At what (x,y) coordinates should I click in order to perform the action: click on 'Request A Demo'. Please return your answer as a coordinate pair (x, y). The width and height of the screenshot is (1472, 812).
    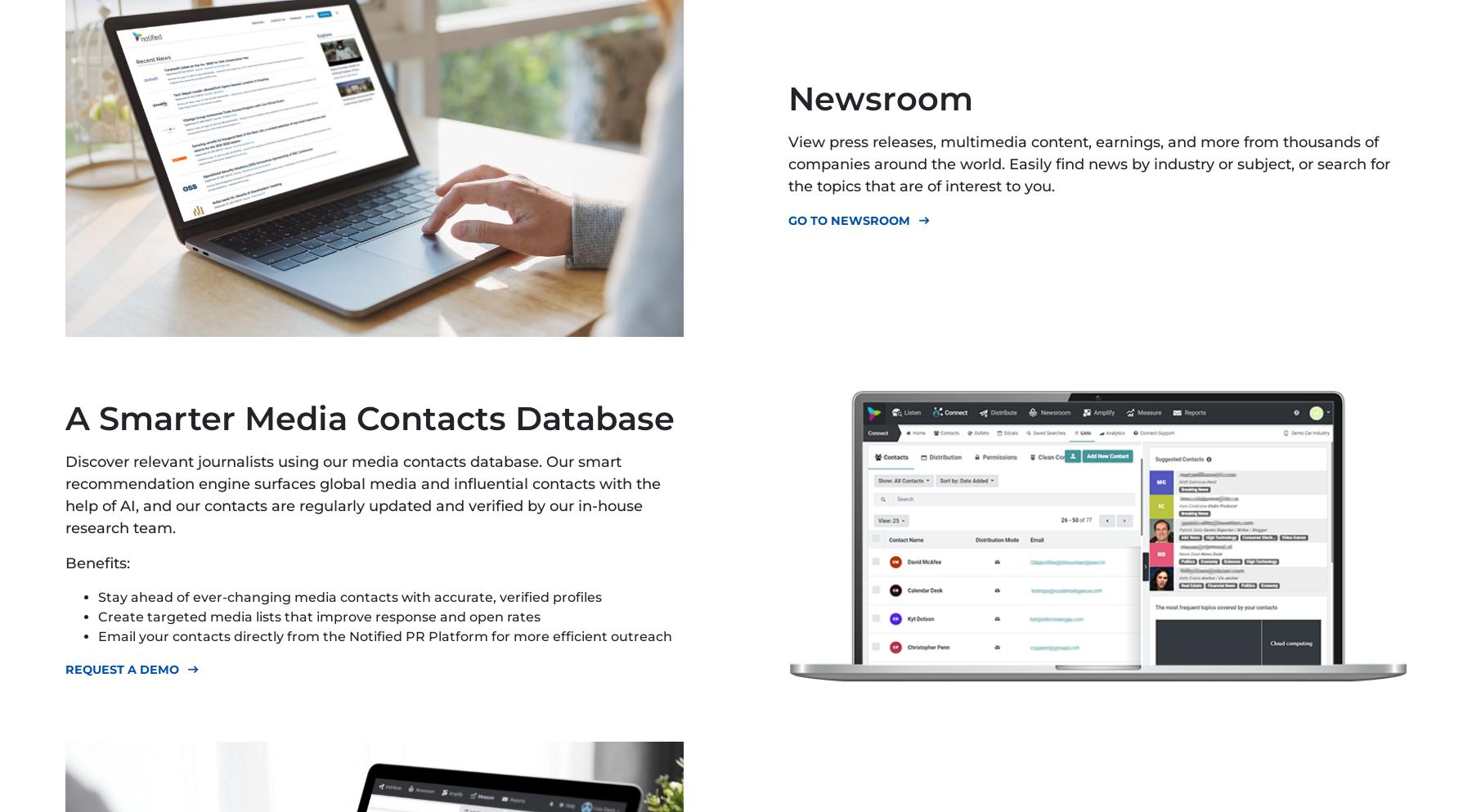
    Looking at the image, I should click on (122, 670).